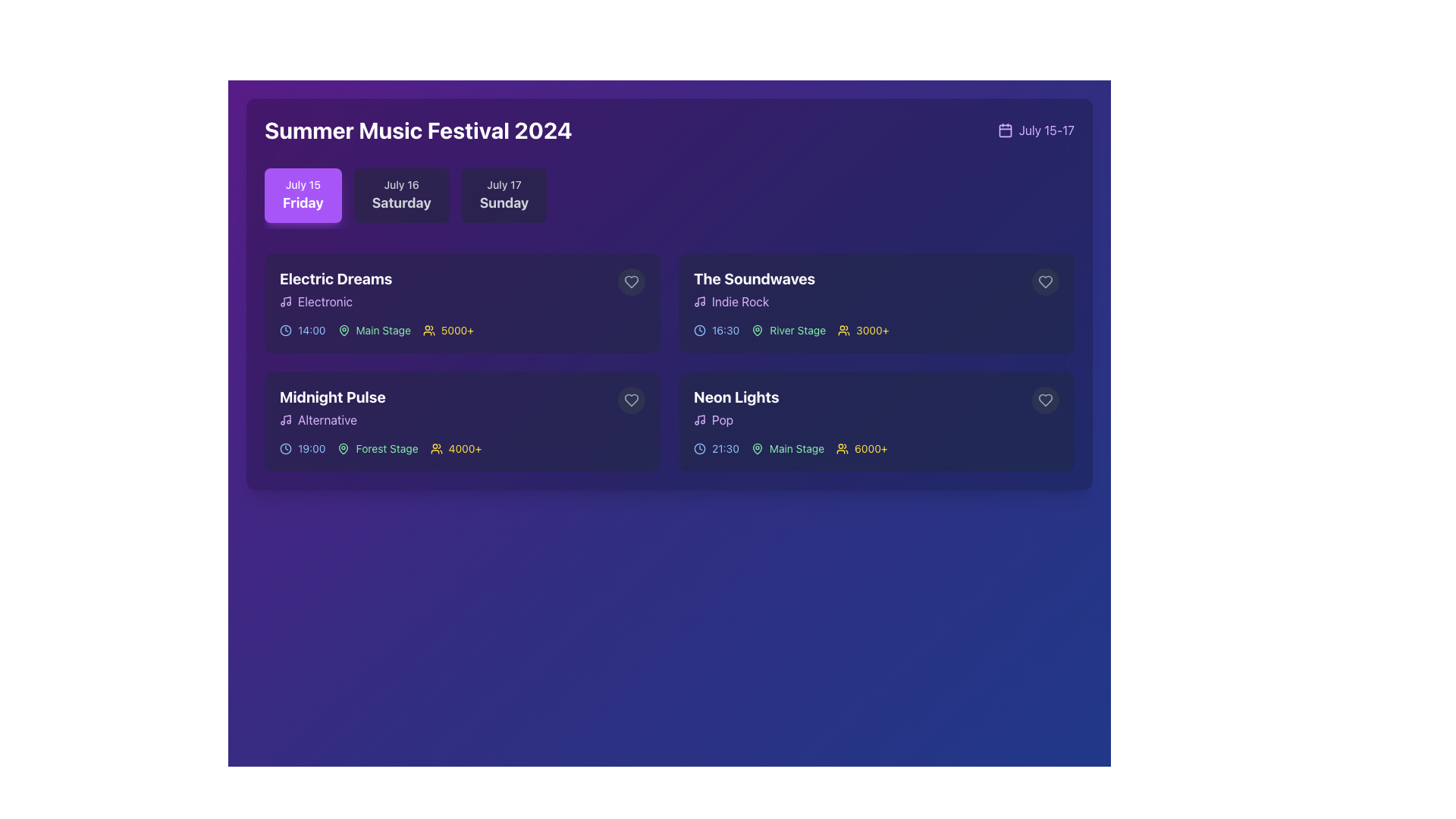 The height and width of the screenshot is (819, 1456). What do you see at coordinates (698, 301) in the screenshot?
I see `the Indie Rock icon that represents the genre within 'The Soundwaves' card, located in the upper right quadrant of the interface` at bounding box center [698, 301].